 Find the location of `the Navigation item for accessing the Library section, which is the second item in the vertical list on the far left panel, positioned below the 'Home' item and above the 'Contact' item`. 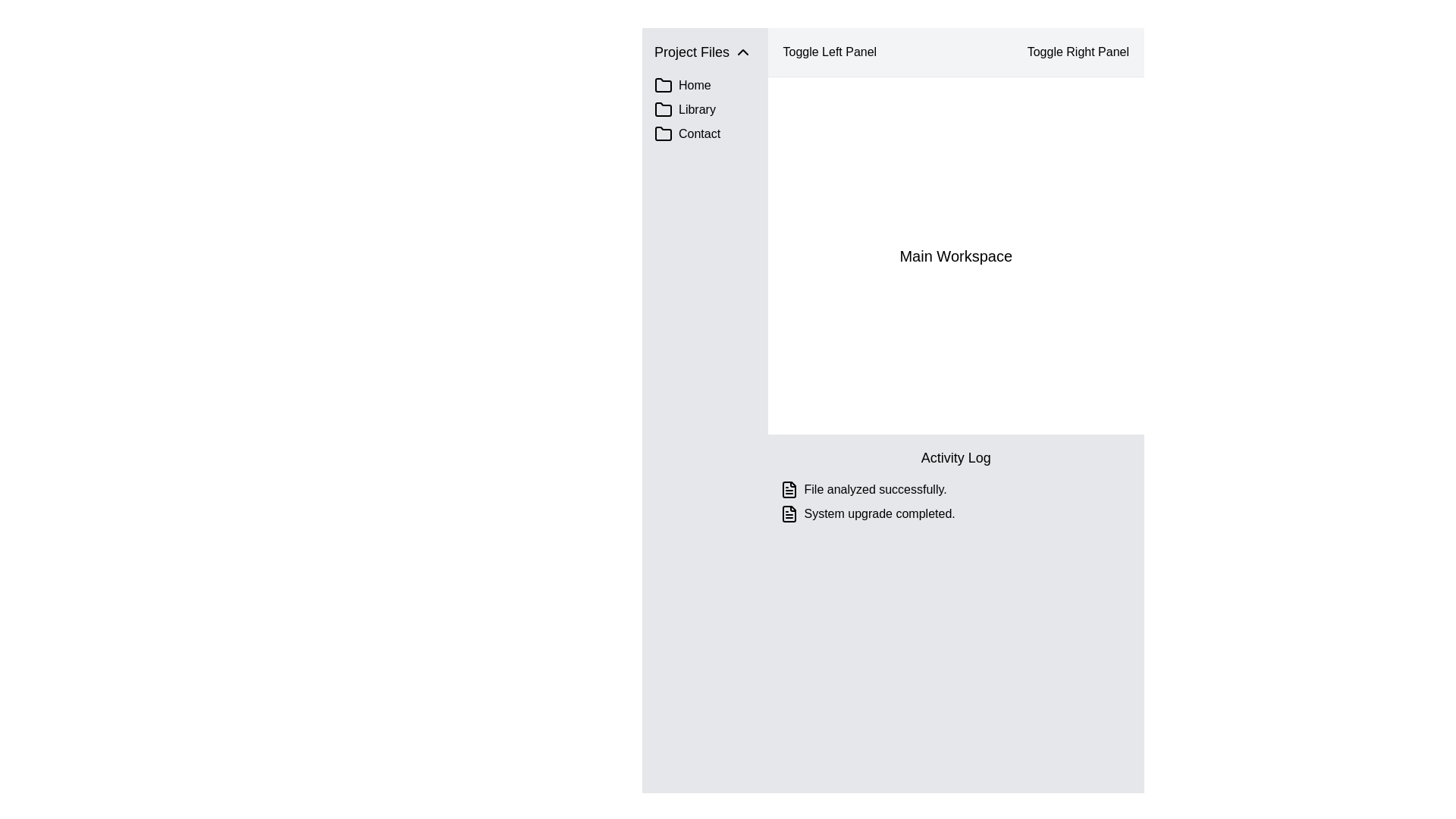

the Navigation item for accessing the Library section, which is the second item in the vertical list on the far left panel, positioned below the 'Home' item and above the 'Contact' item is located at coordinates (704, 109).